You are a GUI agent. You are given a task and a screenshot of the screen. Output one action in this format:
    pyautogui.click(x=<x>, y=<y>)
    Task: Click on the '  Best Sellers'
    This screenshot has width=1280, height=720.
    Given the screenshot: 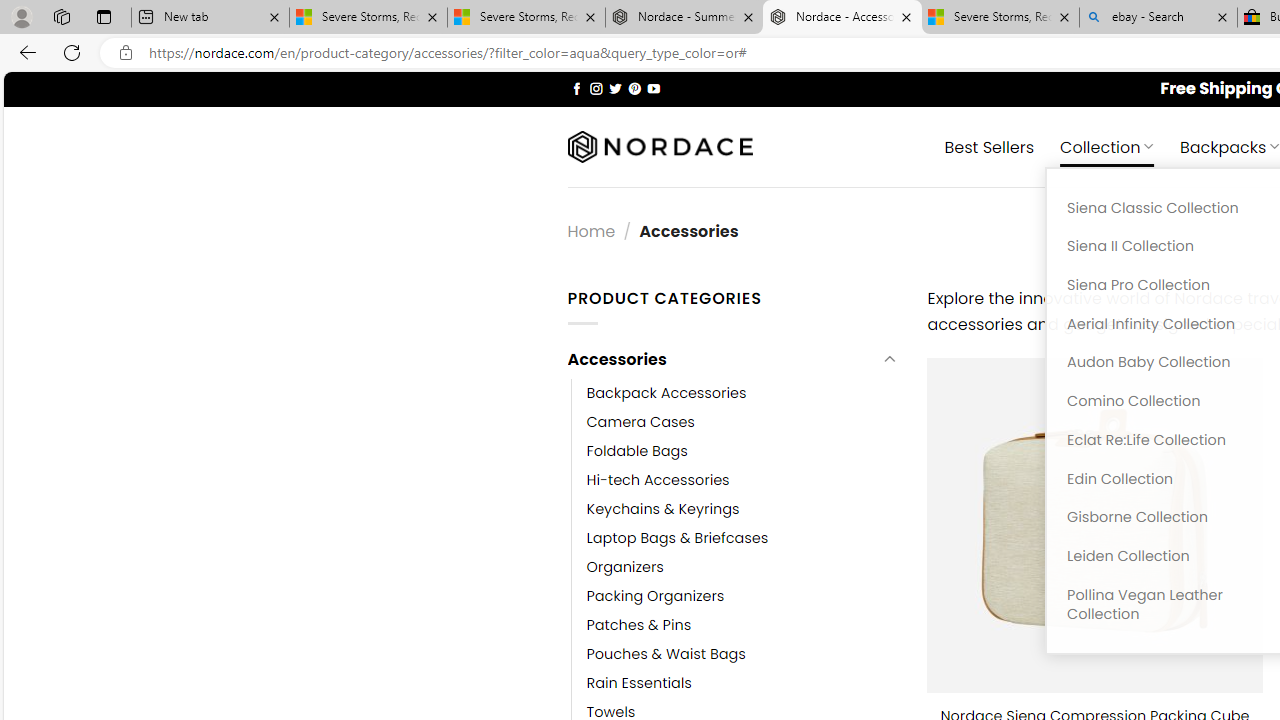 What is the action you would take?
    pyautogui.click(x=990, y=145)
    